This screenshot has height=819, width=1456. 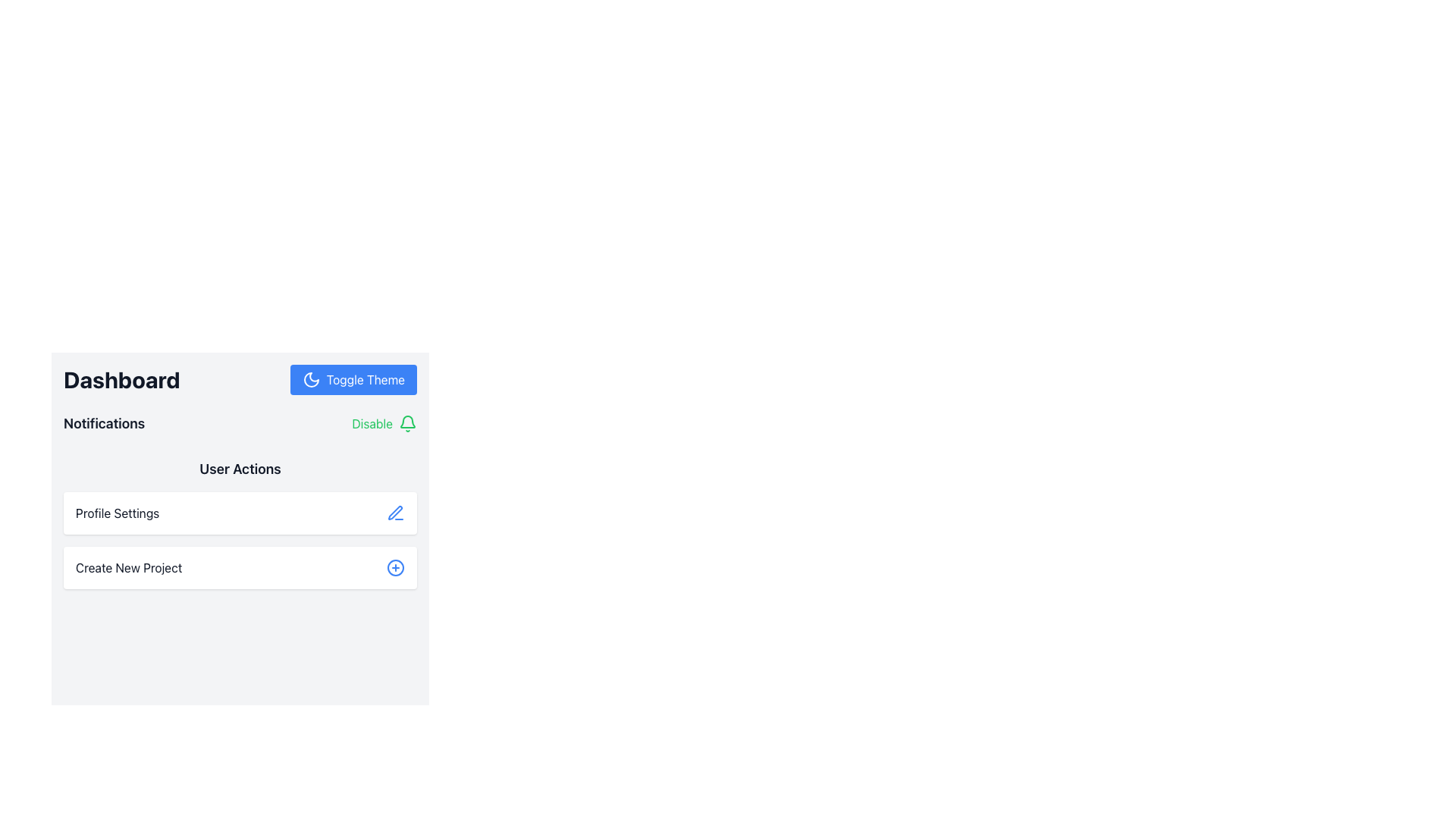 I want to click on the Text label that serves as a header under the 'Notifications' section, located above 'Profile Settings' and 'Create New Project', so click(x=239, y=468).